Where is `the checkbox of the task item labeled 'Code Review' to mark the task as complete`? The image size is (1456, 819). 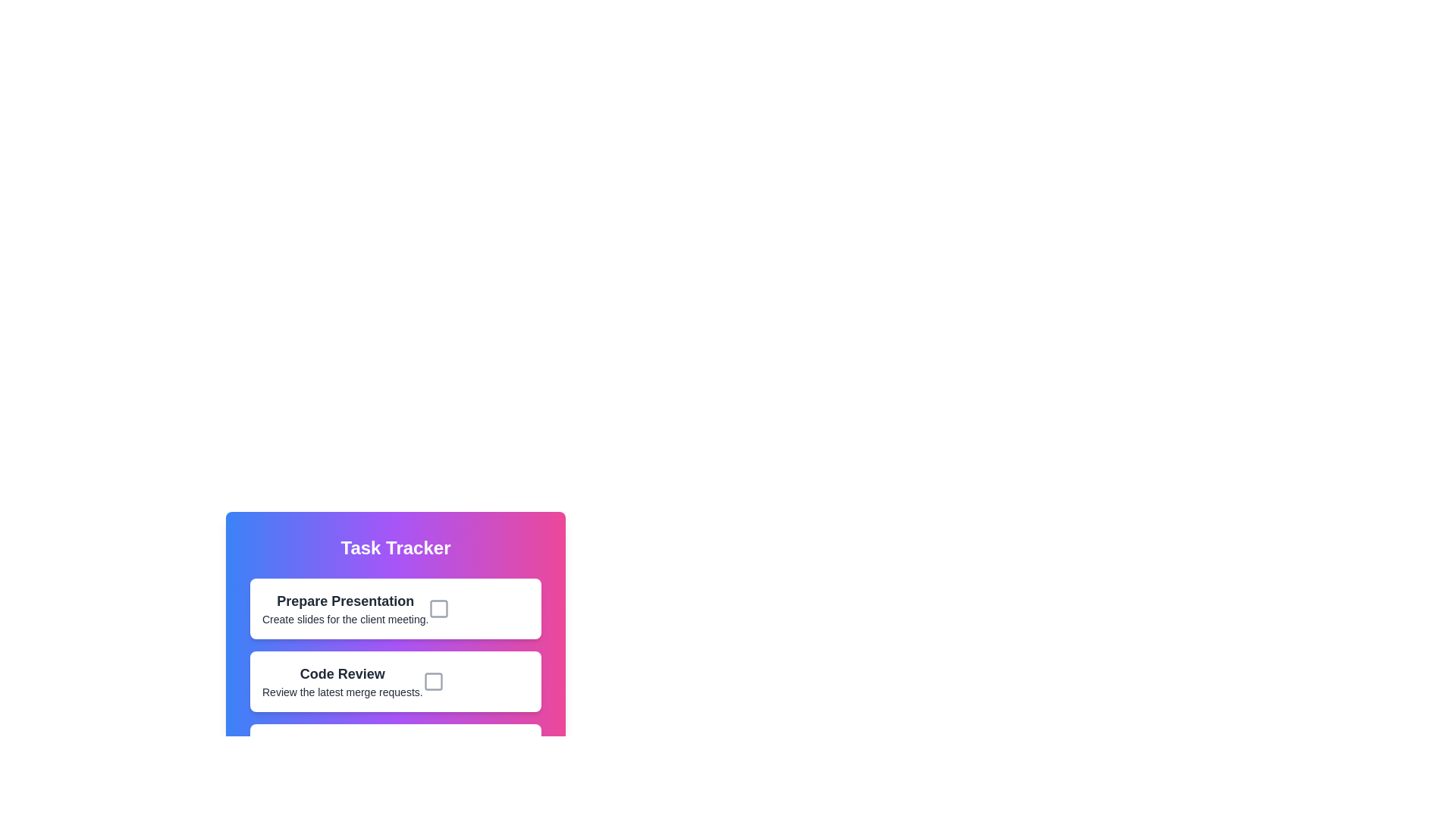 the checkbox of the task item labeled 'Code Review' to mark the task as complete is located at coordinates (396, 680).